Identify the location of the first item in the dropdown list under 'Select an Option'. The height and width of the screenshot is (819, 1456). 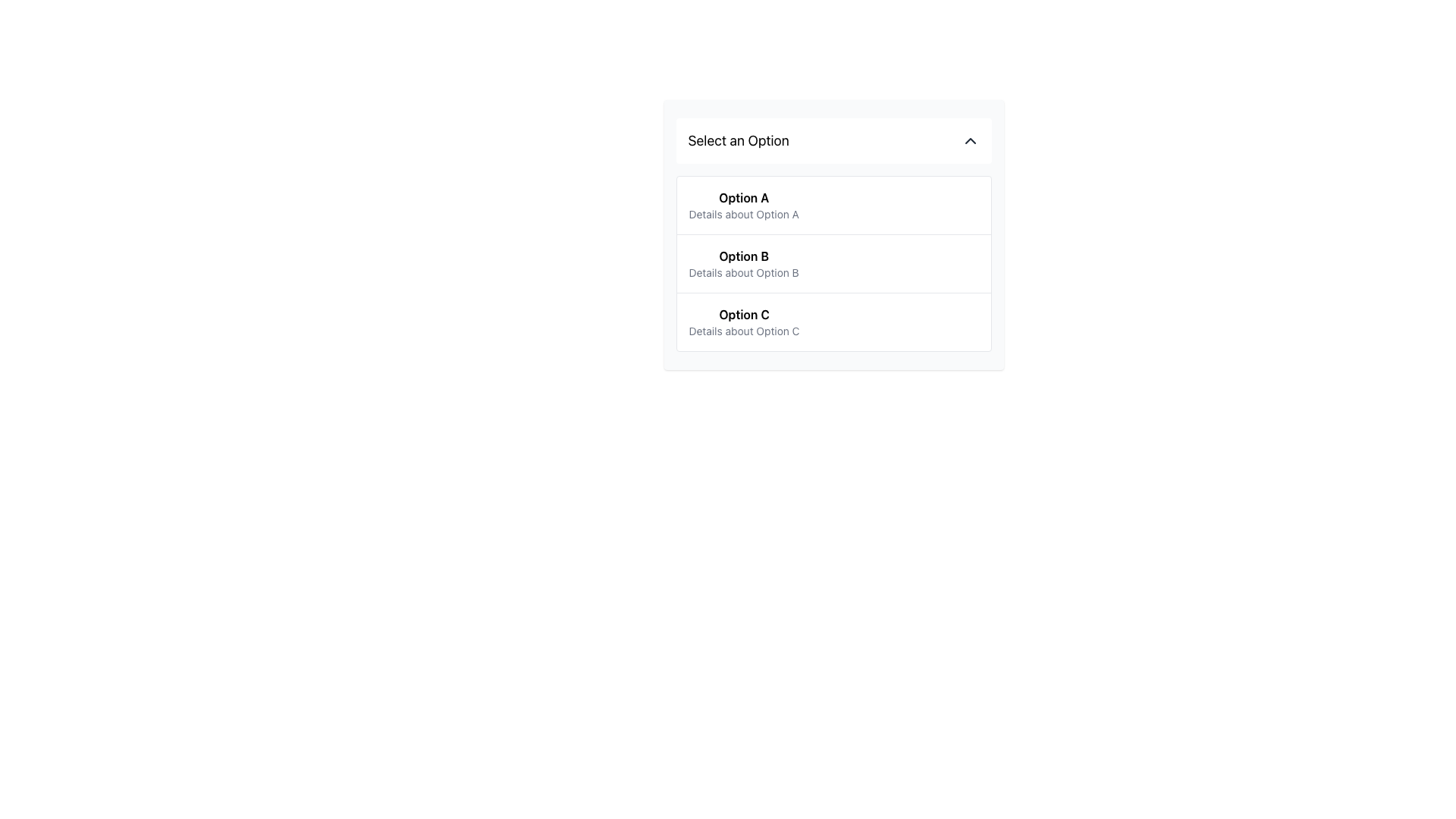
(833, 205).